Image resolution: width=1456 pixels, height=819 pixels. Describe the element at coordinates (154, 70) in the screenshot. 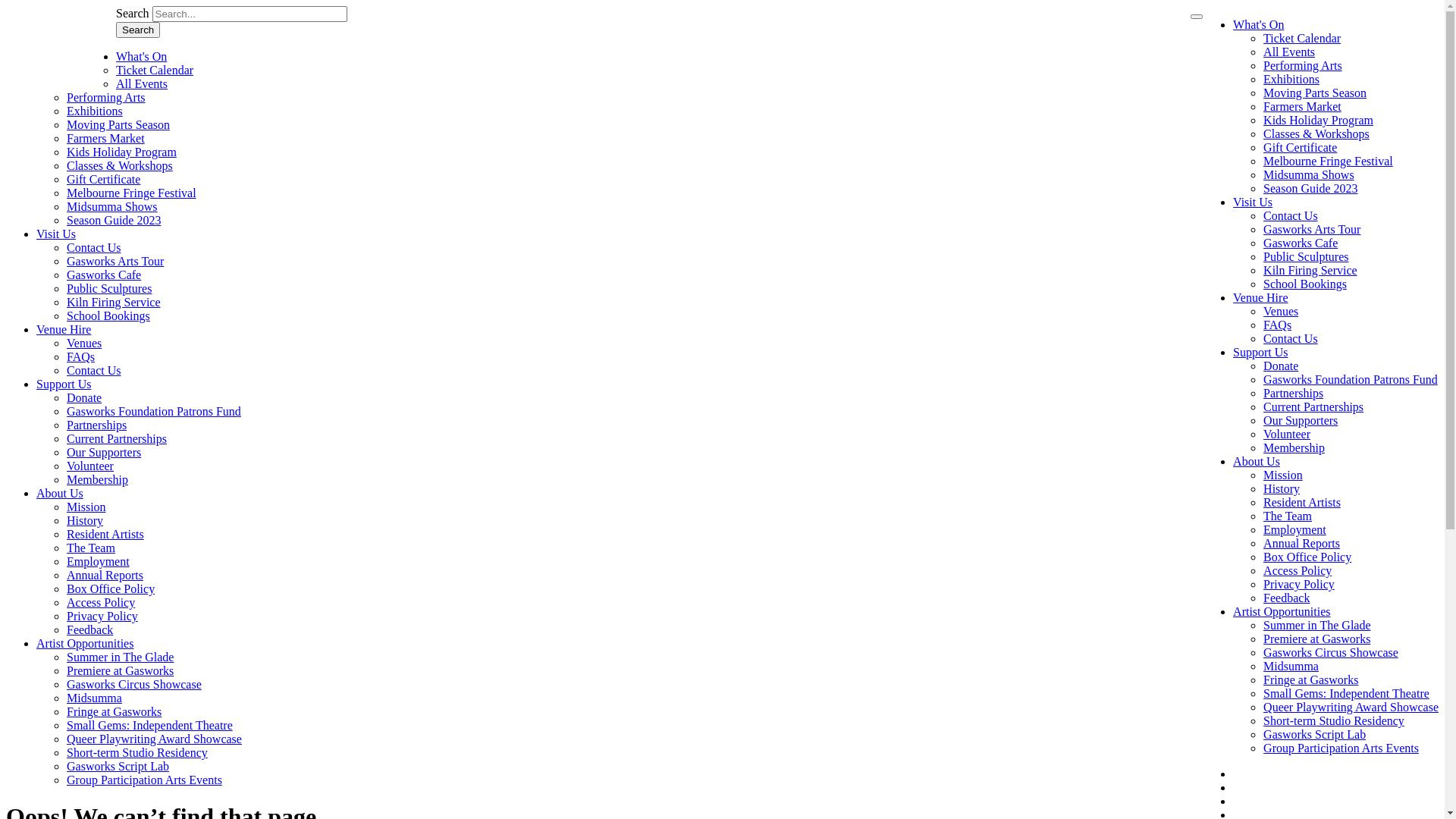

I see `'Ticket Calendar'` at that location.